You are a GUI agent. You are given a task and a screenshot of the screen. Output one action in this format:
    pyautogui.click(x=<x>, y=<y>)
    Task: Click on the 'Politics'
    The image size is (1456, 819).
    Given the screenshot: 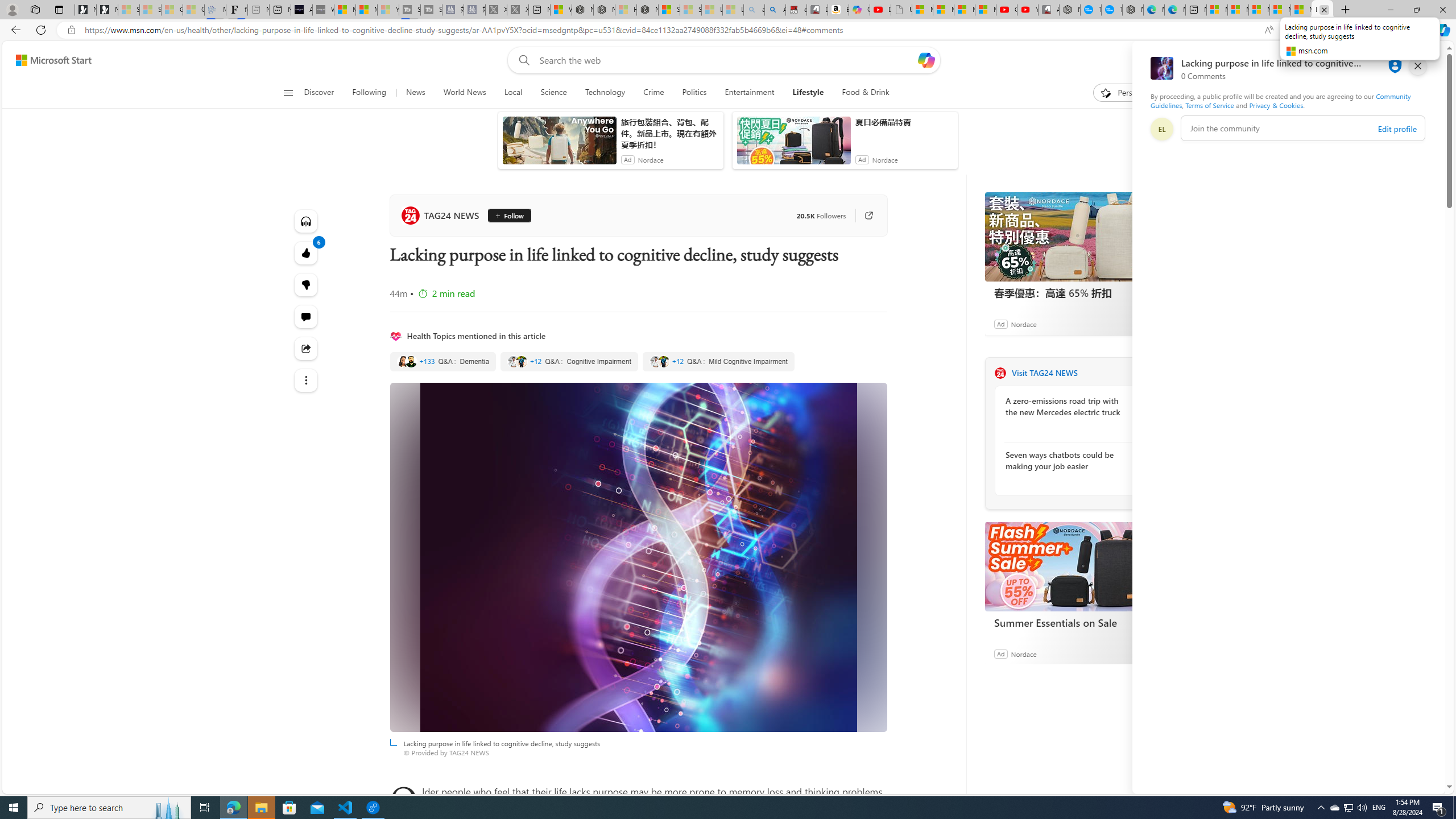 What is the action you would take?
    pyautogui.click(x=694, y=92)
    